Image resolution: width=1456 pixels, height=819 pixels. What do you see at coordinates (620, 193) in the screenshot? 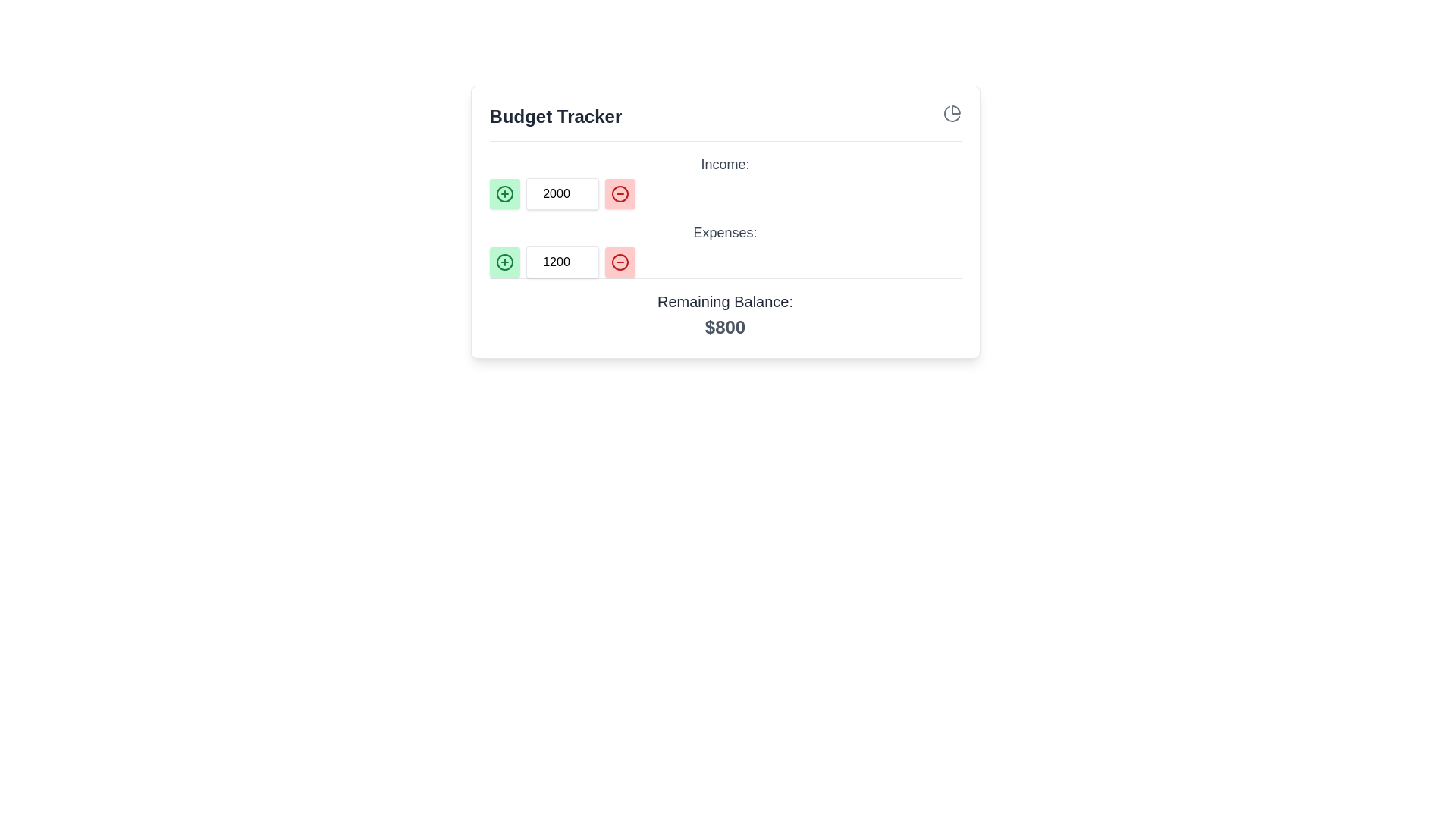
I see `the subtraction button located immediately to the right of the numeric input box displaying '2000', which is the second control under the 'Income:' section, to activate its hover effects` at bounding box center [620, 193].